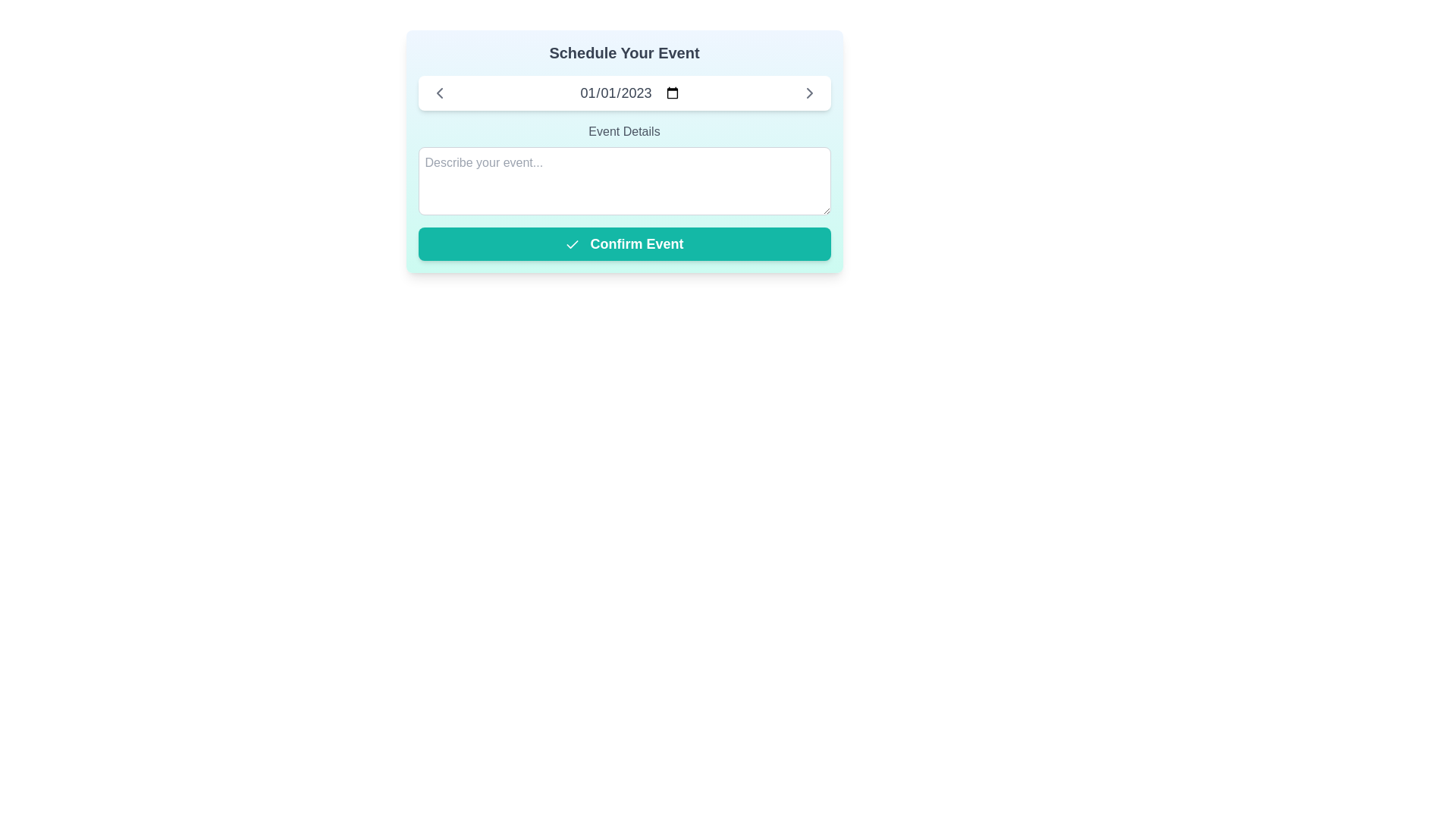 This screenshot has width=1456, height=819. Describe the element at coordinates (808, 93) in the screenshot. I see `the vector icon located at the far right of the rectangular field containing the date '01/01/2023'` at that location.